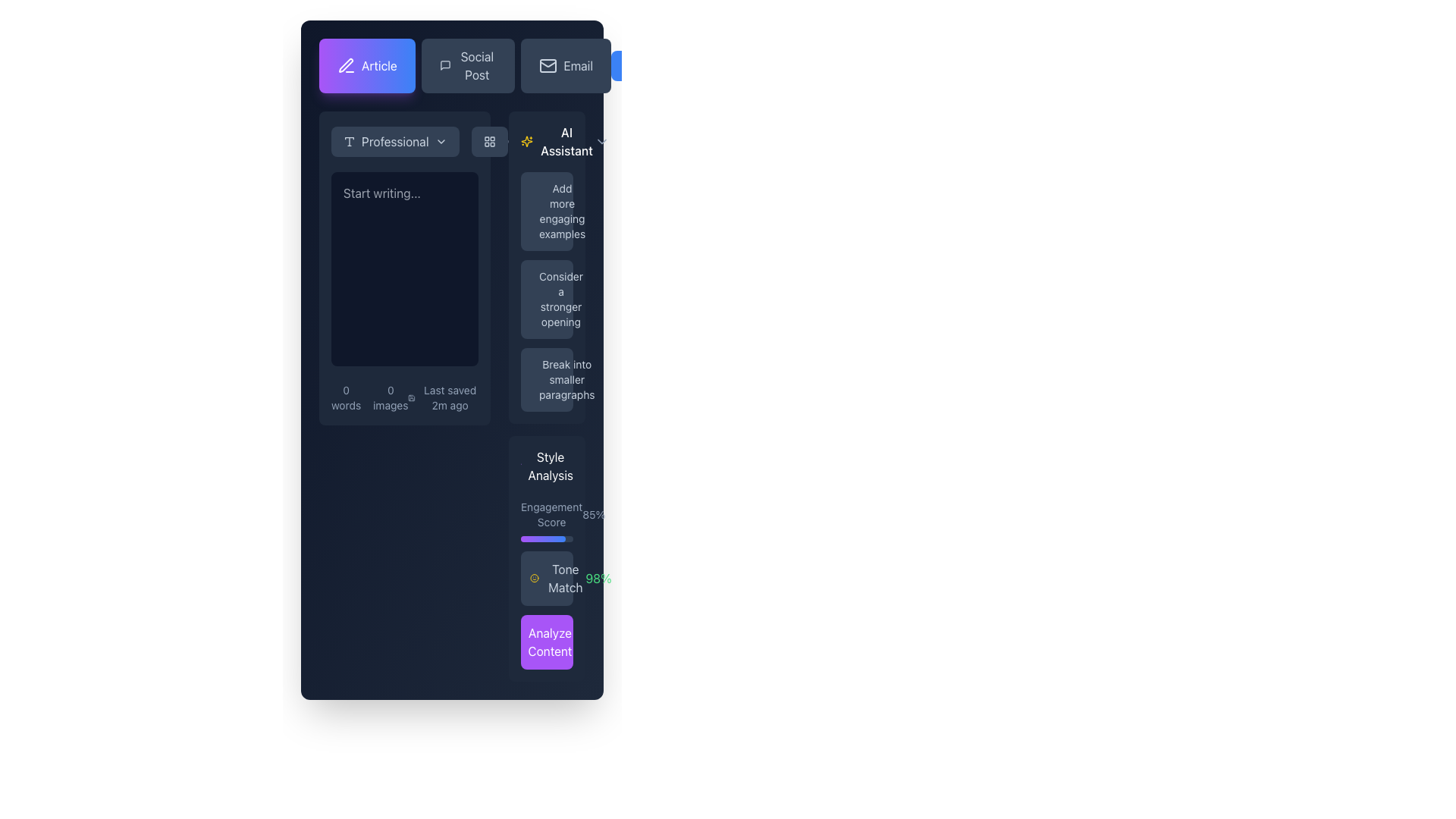  What do you see at coordinates (367, 65) in the screenshot?
I see `the rounded rectangular button labeled 'Article' with a gradient background transitioning from purple to blue to observe any hover effects` at bounding box center [367, 65].